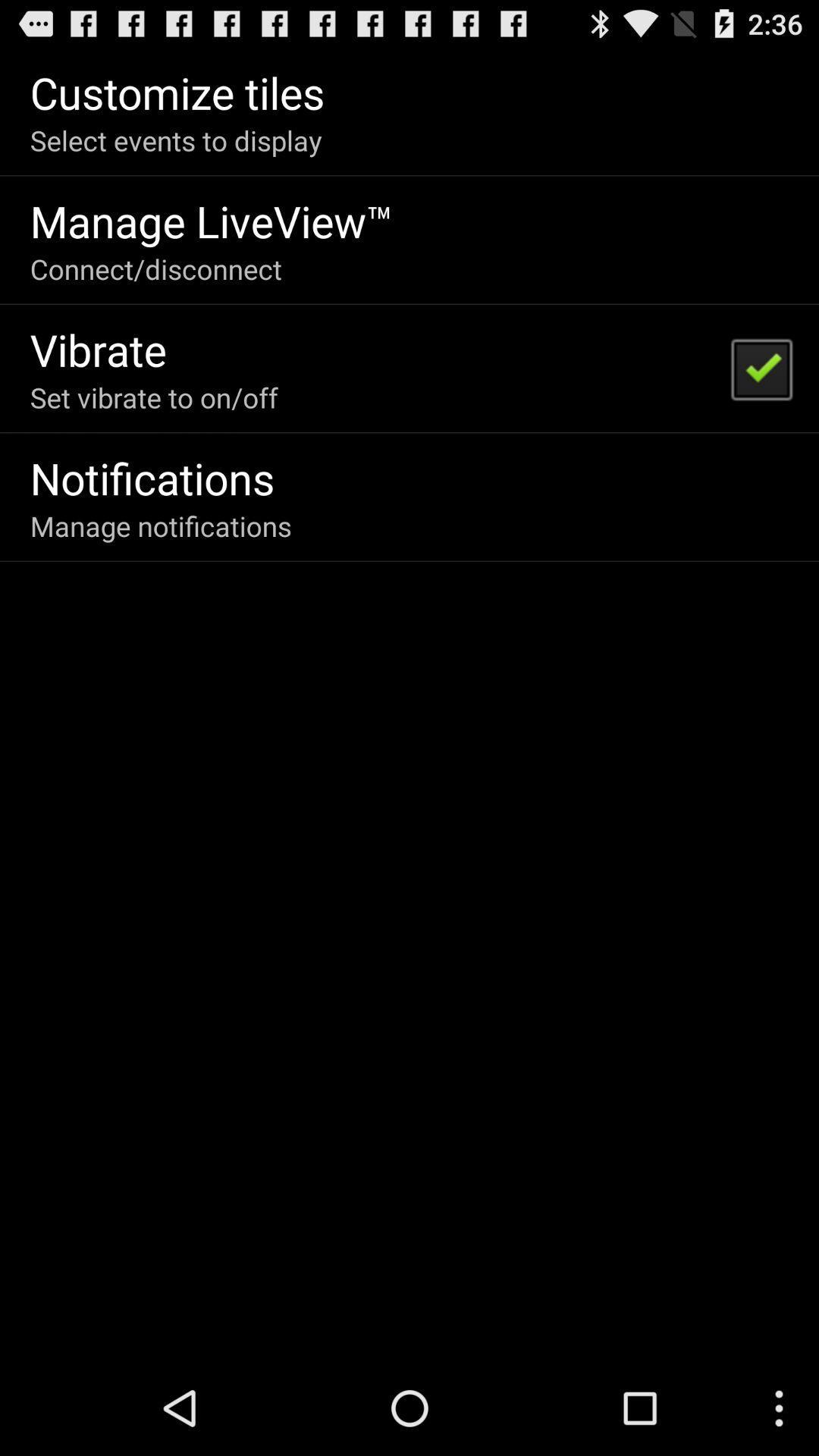 The width and height of the screenshot is (819, 1456). What do you see at coordinates (177, 91) in the screenshot?
I see `customize tiles` at bounding box center [177, 91].